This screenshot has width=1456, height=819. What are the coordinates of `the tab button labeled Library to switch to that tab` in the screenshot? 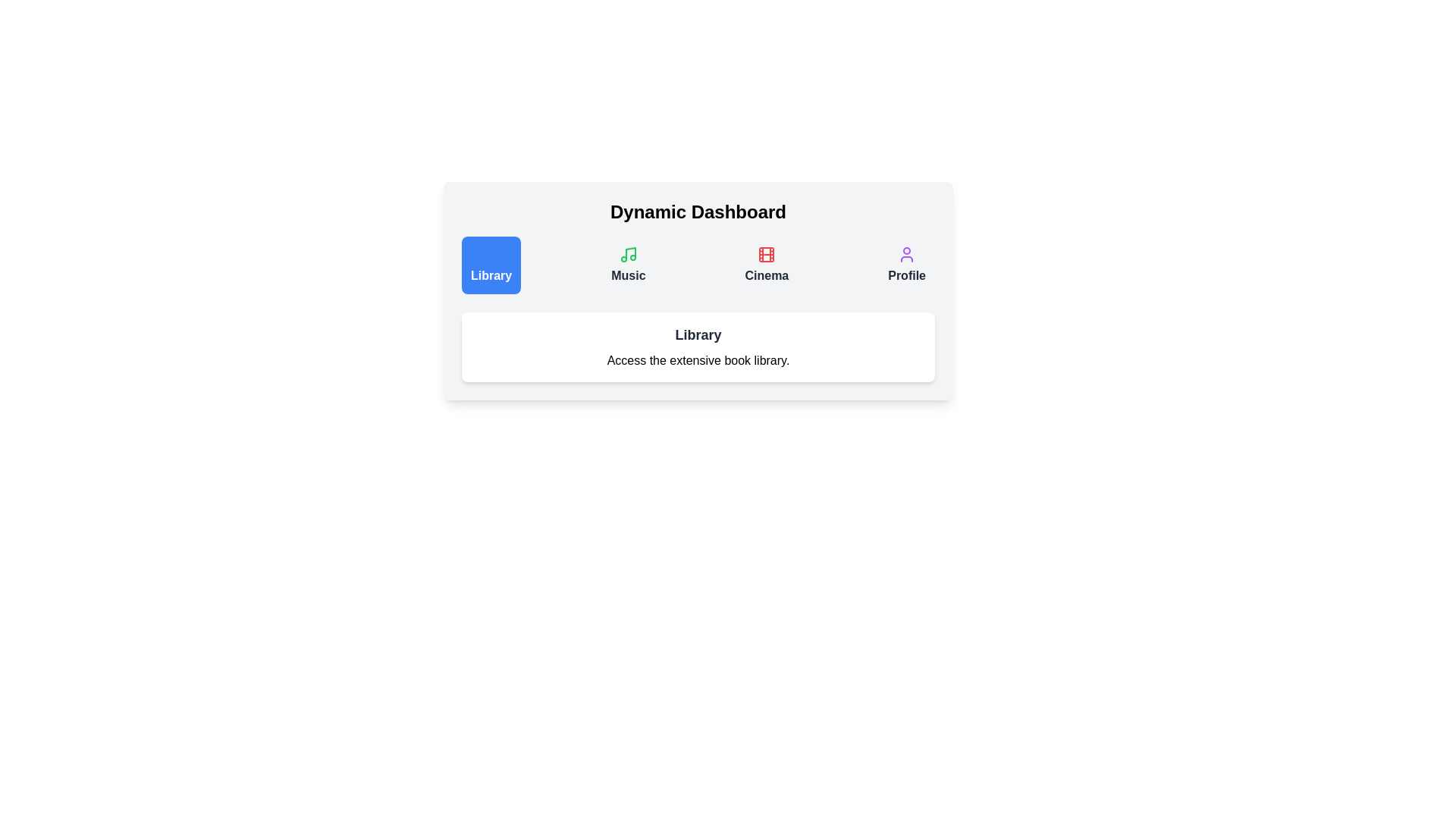 It's located at (491, 265).